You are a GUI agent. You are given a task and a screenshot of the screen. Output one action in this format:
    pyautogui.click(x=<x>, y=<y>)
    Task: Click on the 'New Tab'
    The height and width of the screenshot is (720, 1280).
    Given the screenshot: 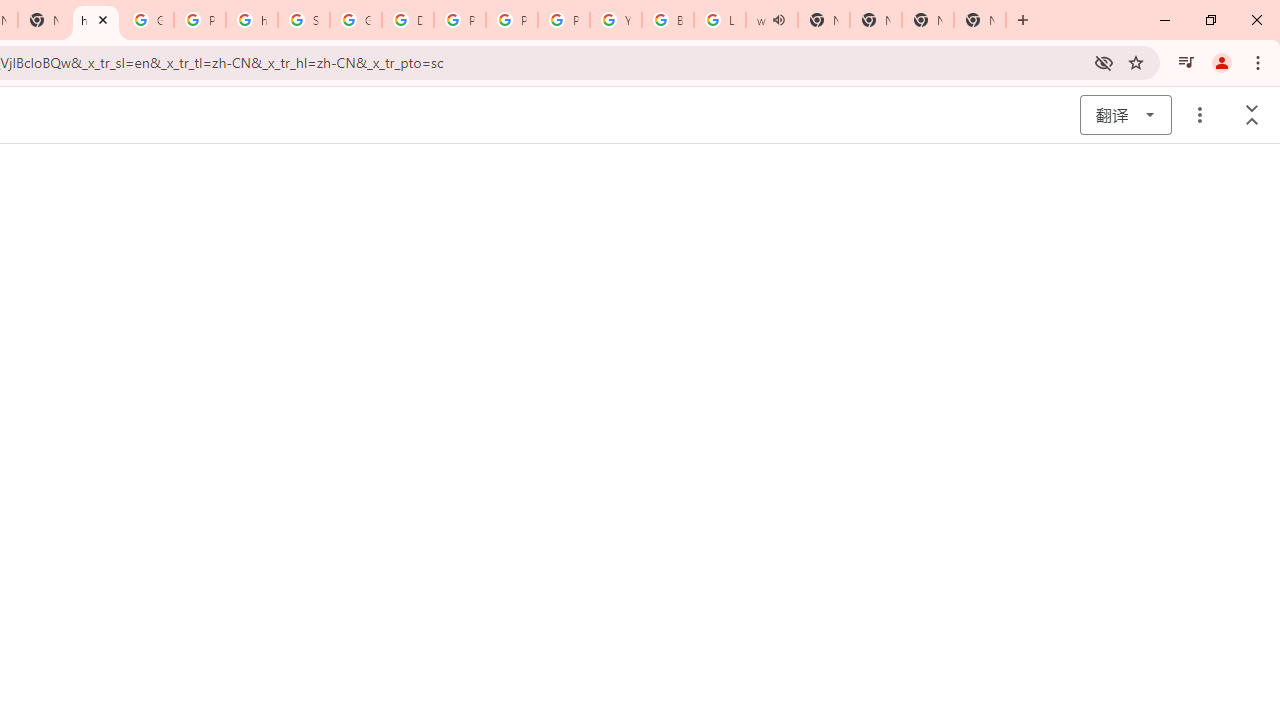 What is the action you would take?
    pyautogui.click(x=927, y=20)
    